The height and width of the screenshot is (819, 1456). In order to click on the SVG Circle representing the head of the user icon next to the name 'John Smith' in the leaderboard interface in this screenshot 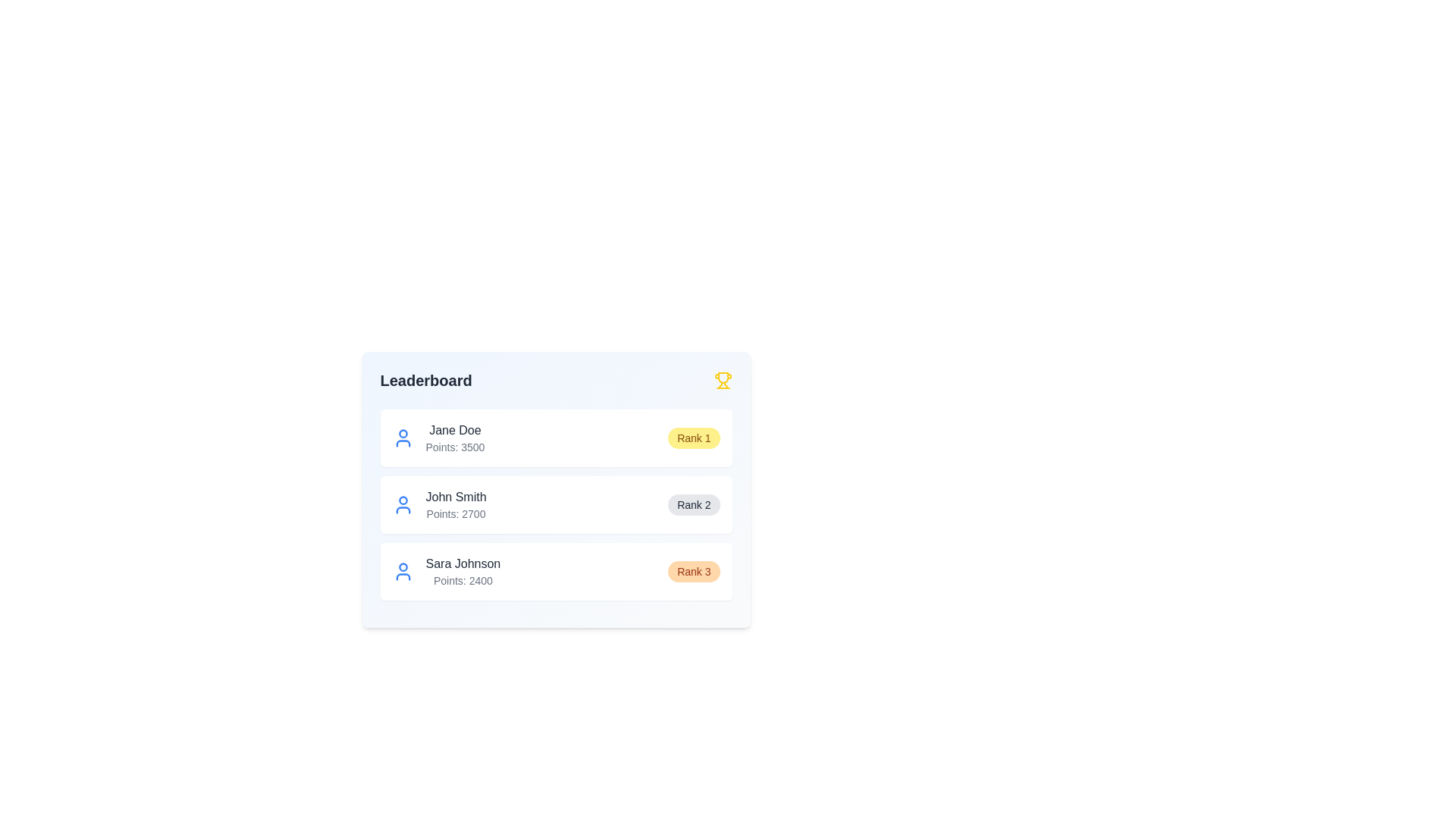, I will do `click(403, 500)`.